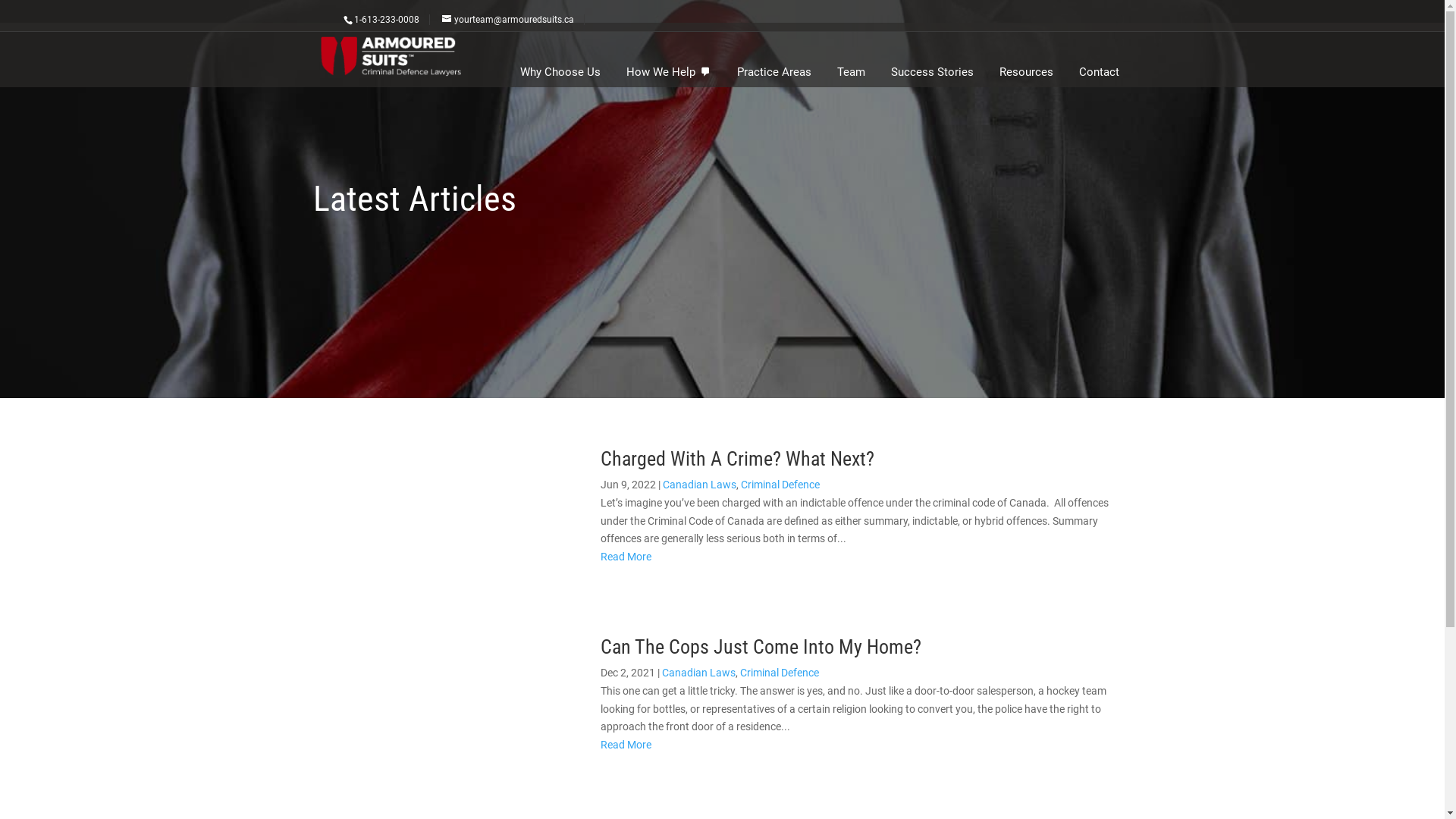  What do you see at coordinates (559, 72) in the screenshot?
I see `'Why Choose Us'` at bounding box center [559, 72].